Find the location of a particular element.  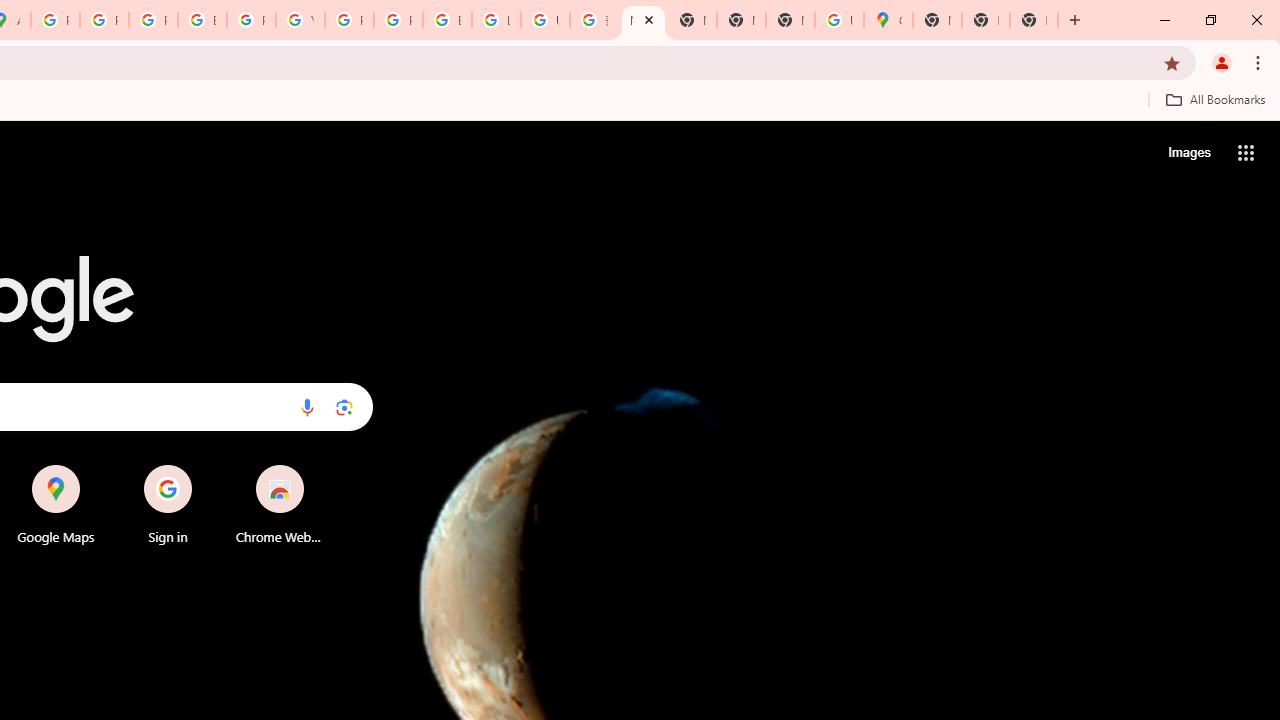

'Policy Accountability and Transparency - Transparency Center' is located at coordinates (55, 20).